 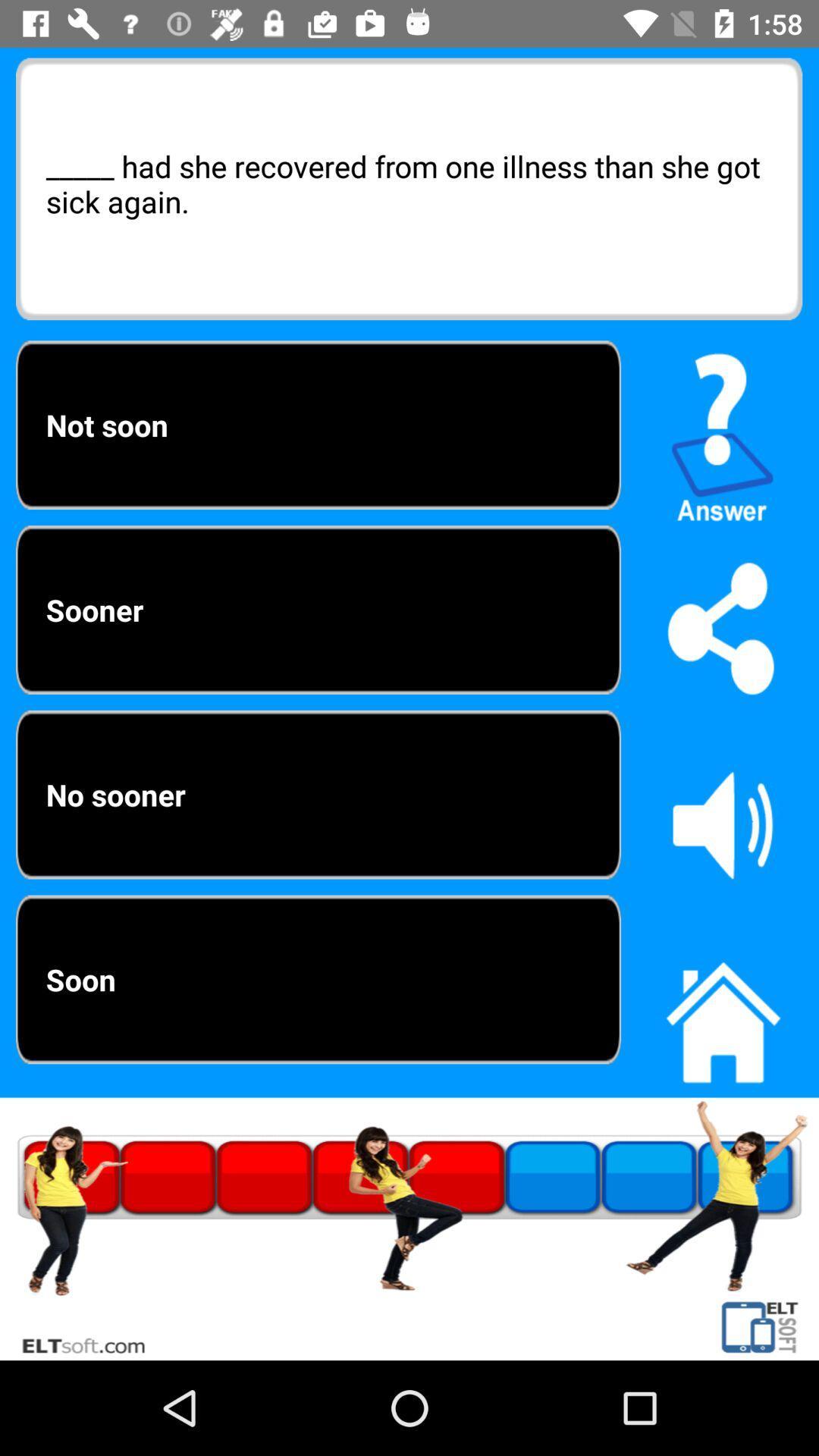 What do you see at coordinates (722, 1014) in the screenshot?
I see `homepage` at bounding box center [722, 1014].